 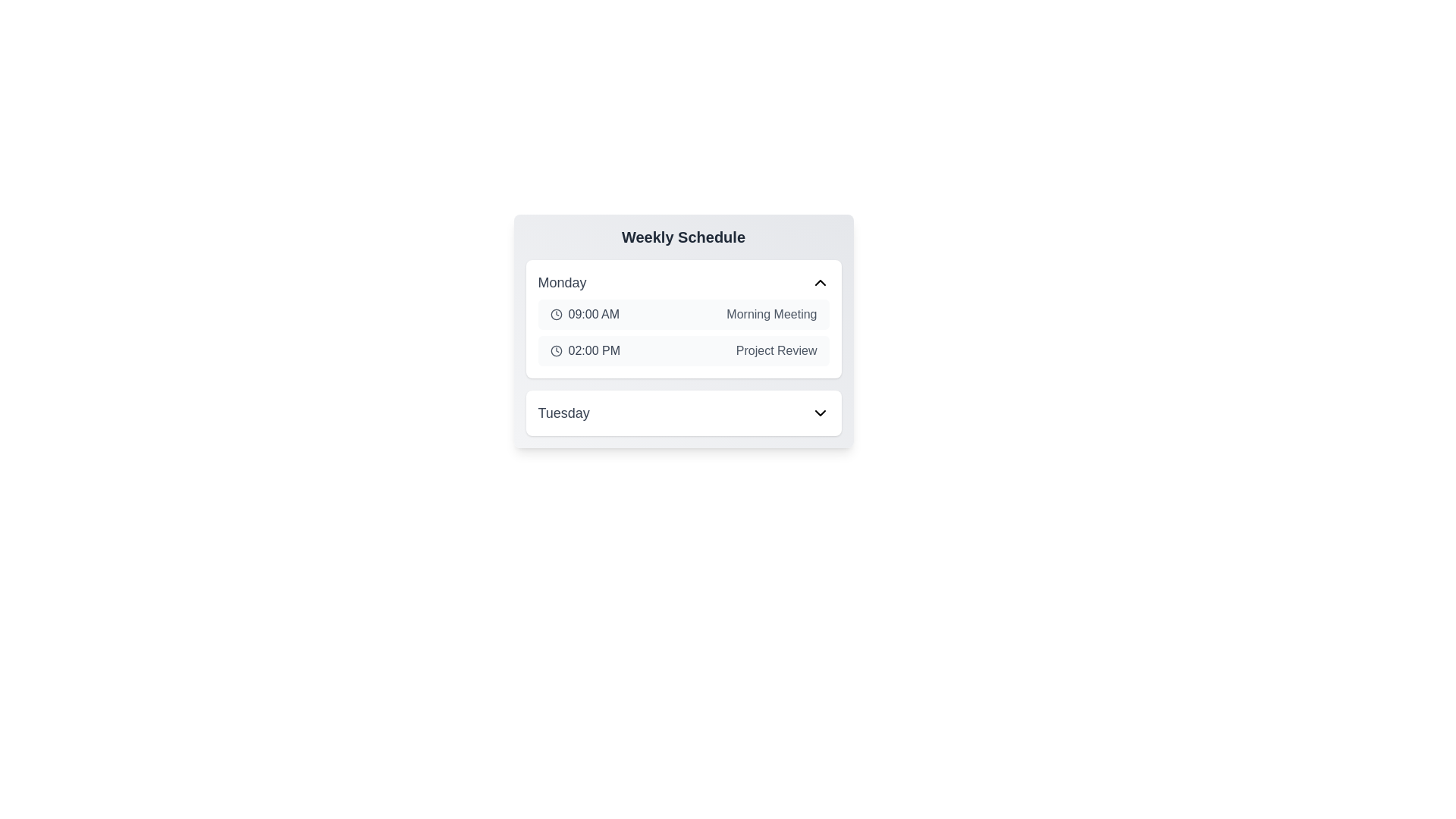 What do you see at coordinates (819, 413) in the screenshot?
I see `from the downward chevron icon located on the right side of the 'Tuesday' bar` at bounding box center [819, 413].